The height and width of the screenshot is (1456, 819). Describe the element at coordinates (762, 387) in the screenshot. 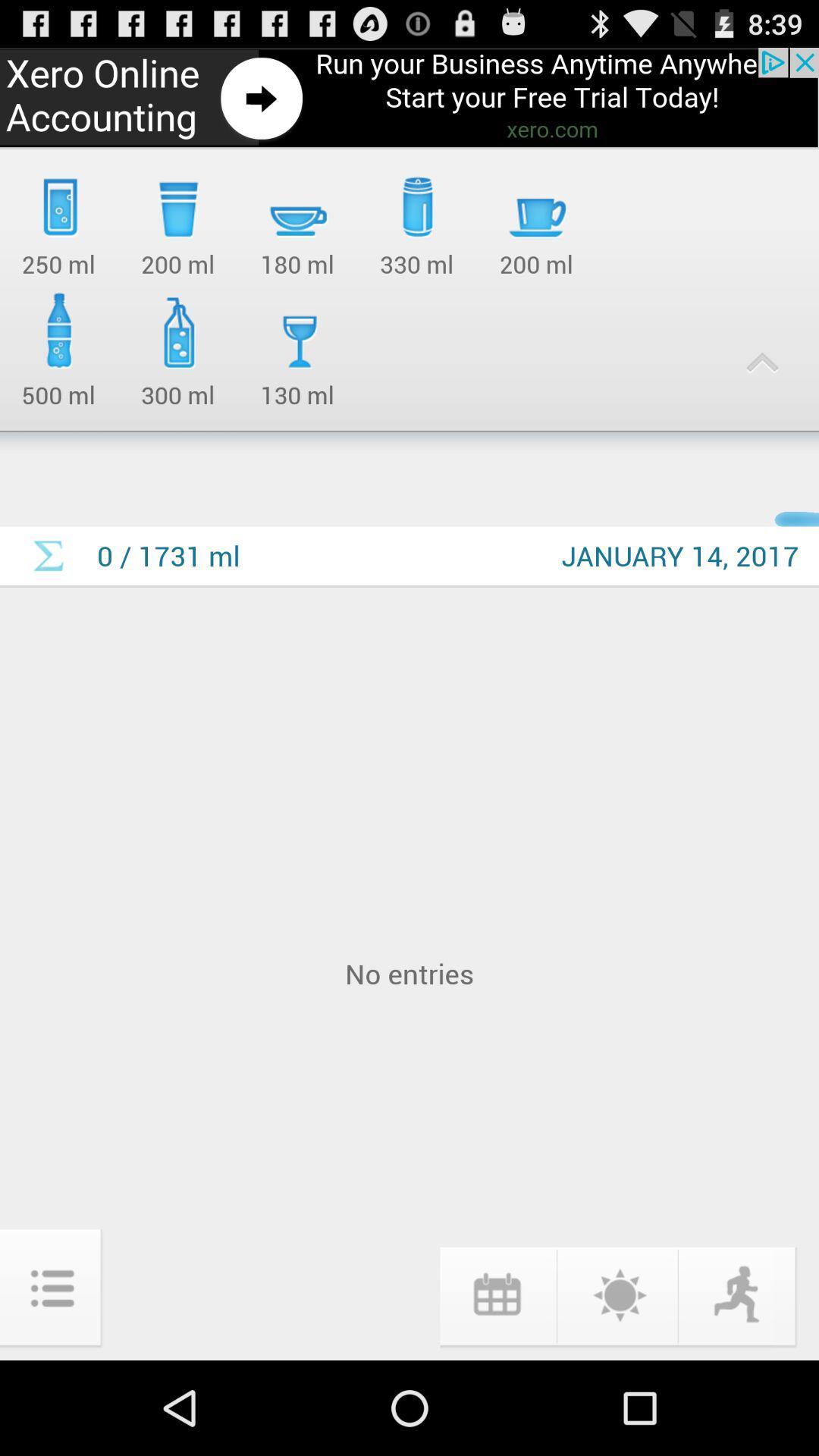

I see `the expand_less icon` at that location.